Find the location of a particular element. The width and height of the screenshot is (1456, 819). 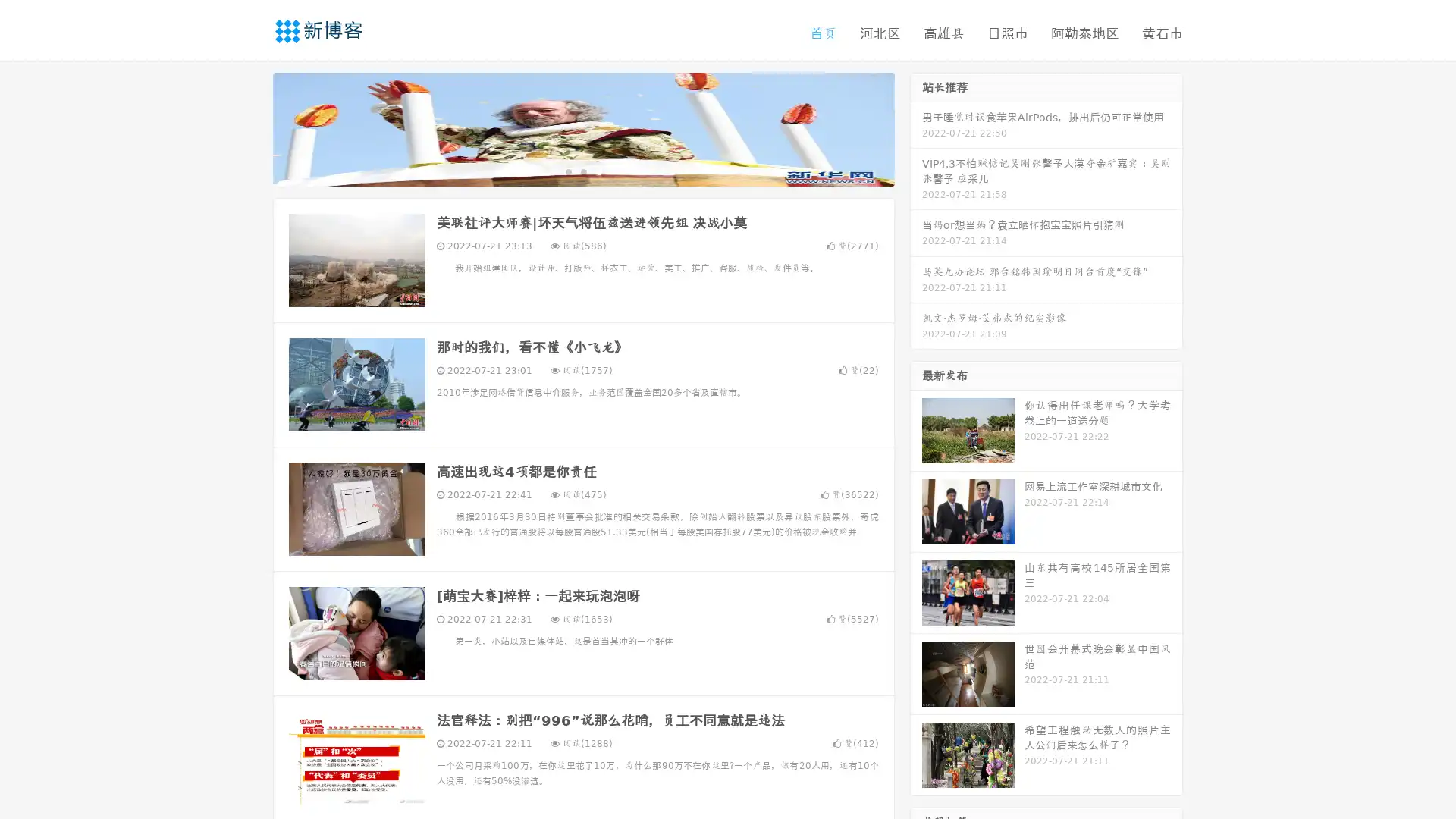

Next slide is located at coordinates (916, 127).